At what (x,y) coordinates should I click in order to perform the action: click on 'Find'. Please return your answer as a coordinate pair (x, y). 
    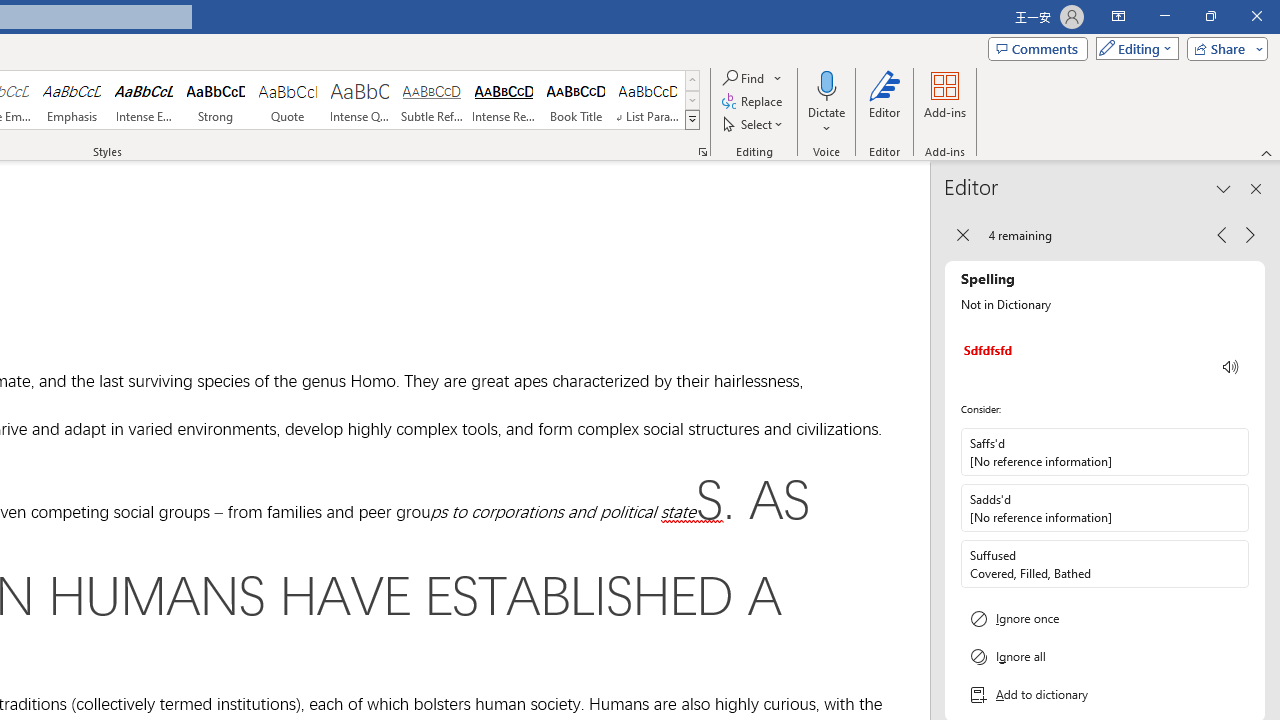
    Looking at the image, I should click on (752, 77).